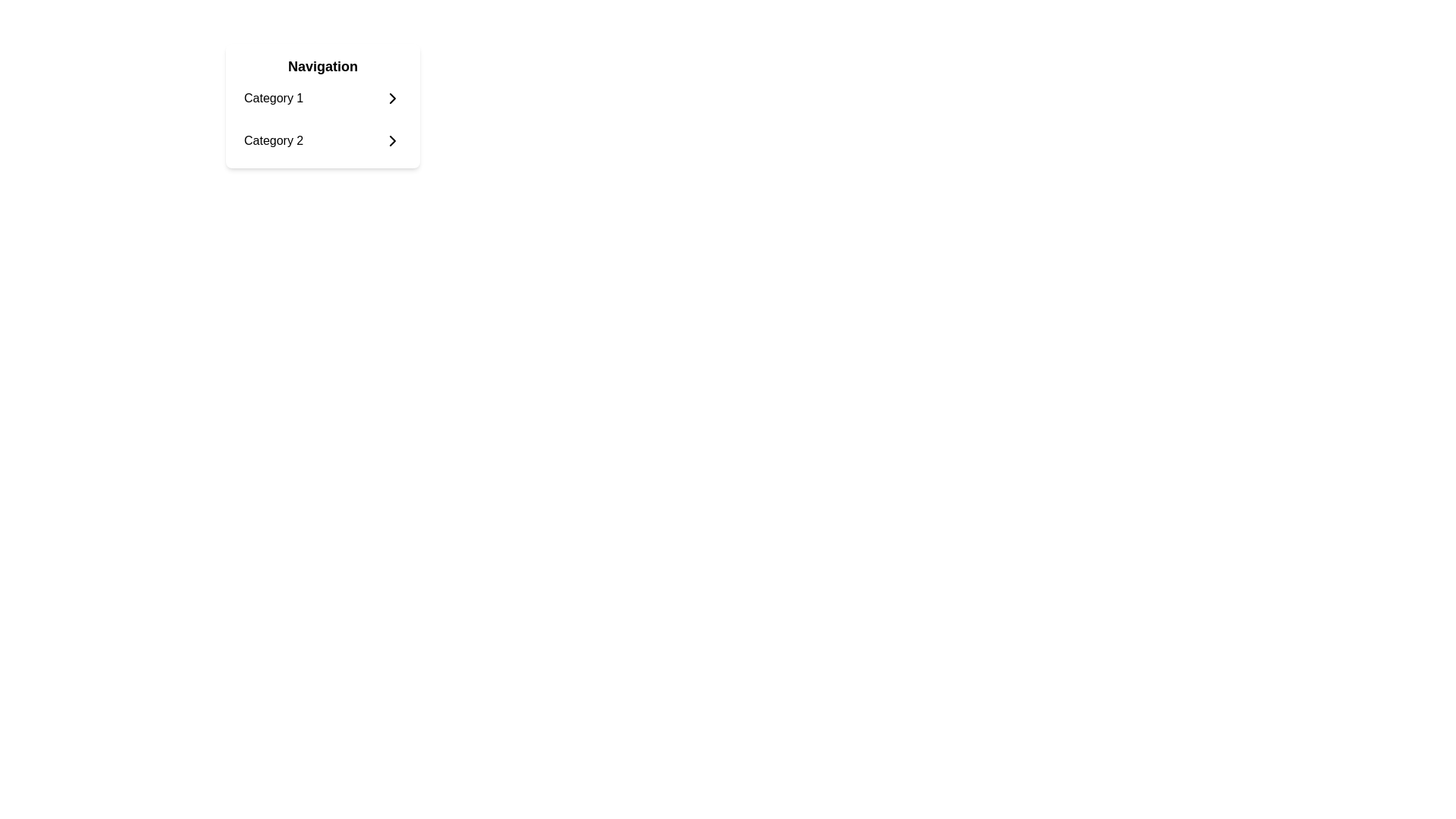 This screenshot has width=1456, height=819. Describe the element at coordinates (393, 140) in the screenshot. I see `the 'Chevron Right' icon next to 'Category 2'` at that location.